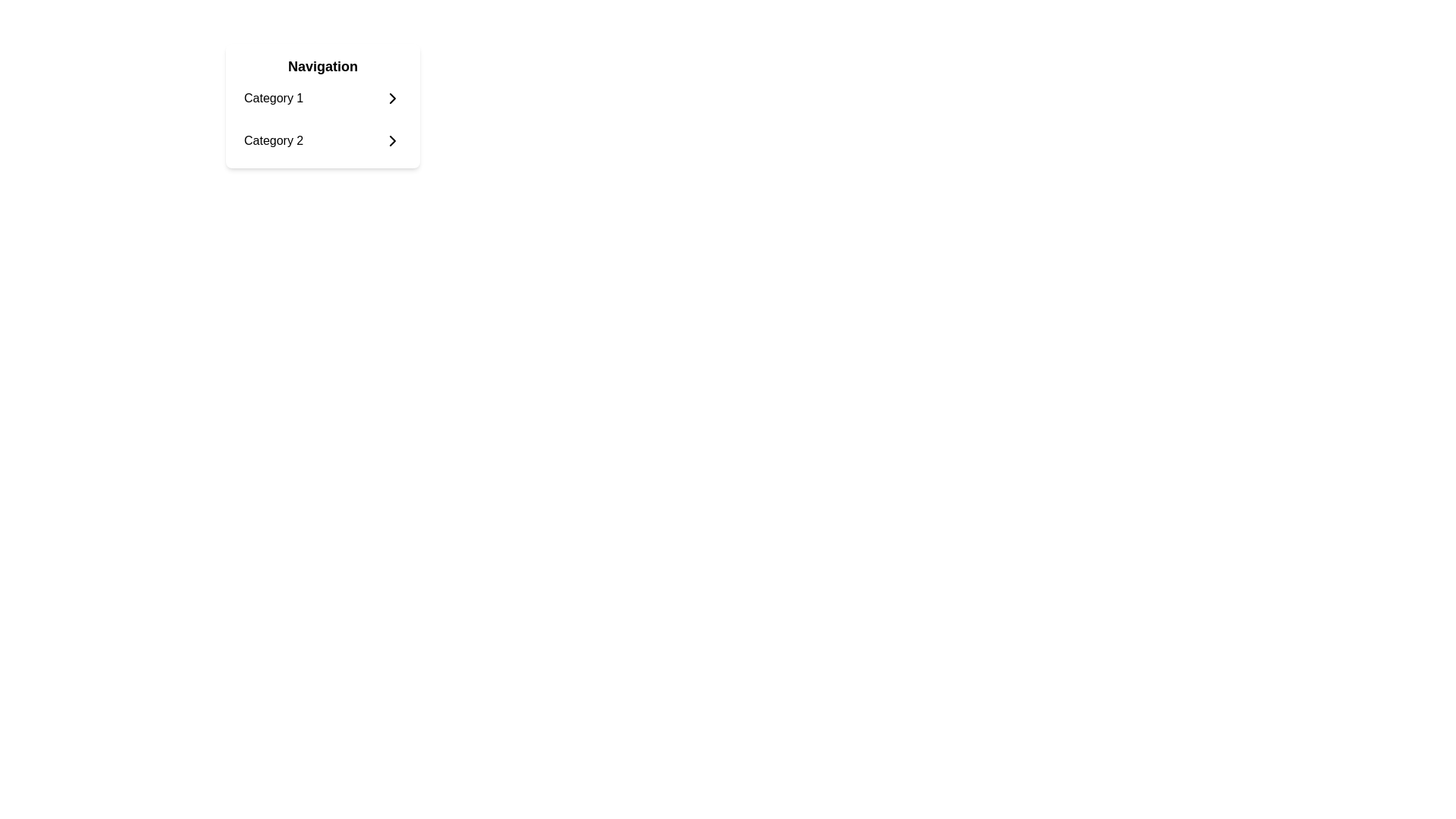 This screenshot has width=1456, height=819. Describe the element at coordinates (393, 140) in the screenshot. I see `the 'Chevron Right' icon next to 'Category 2'` at that location.